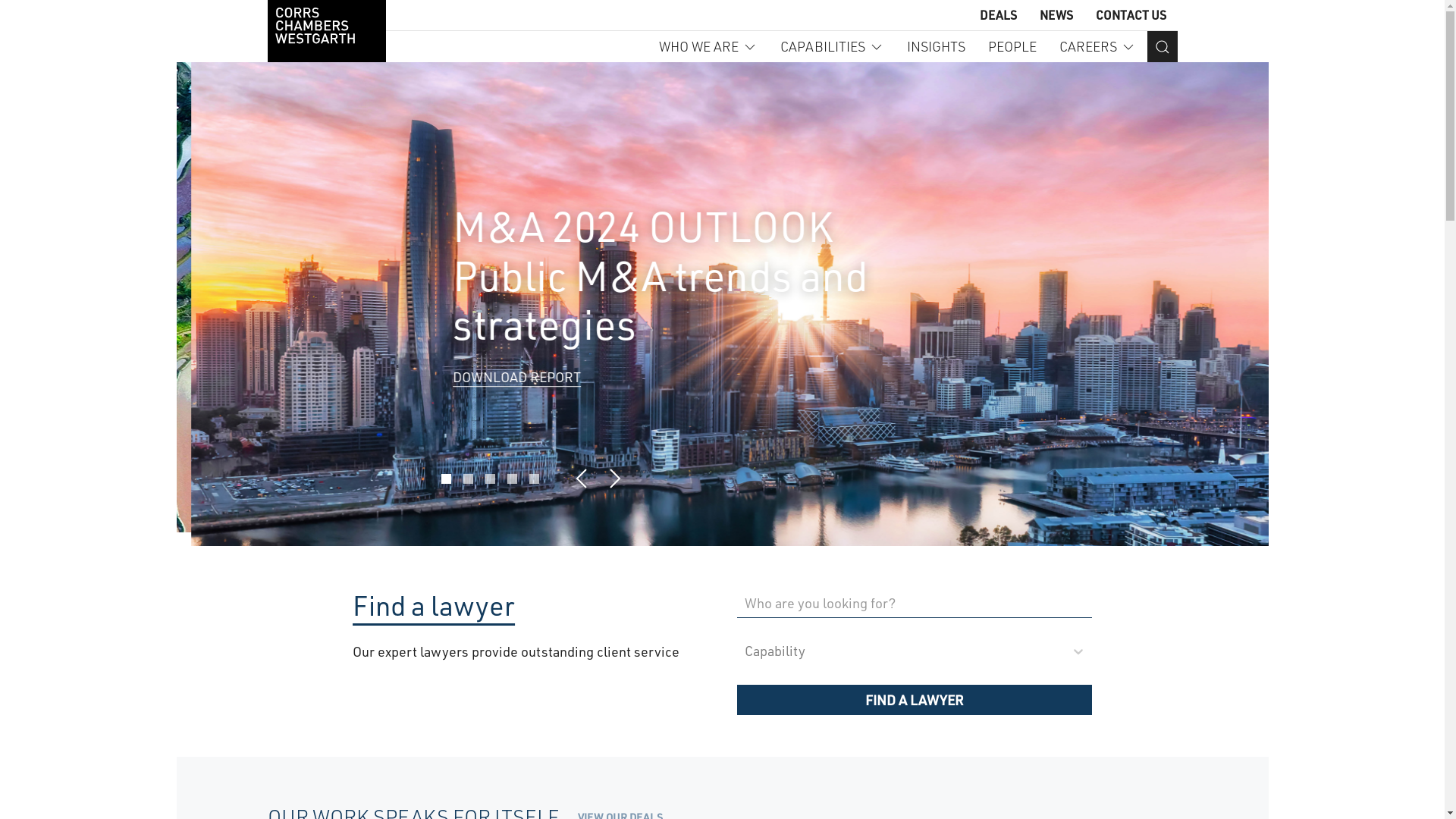  I want to click on 'DEALS', so click(998, 14).